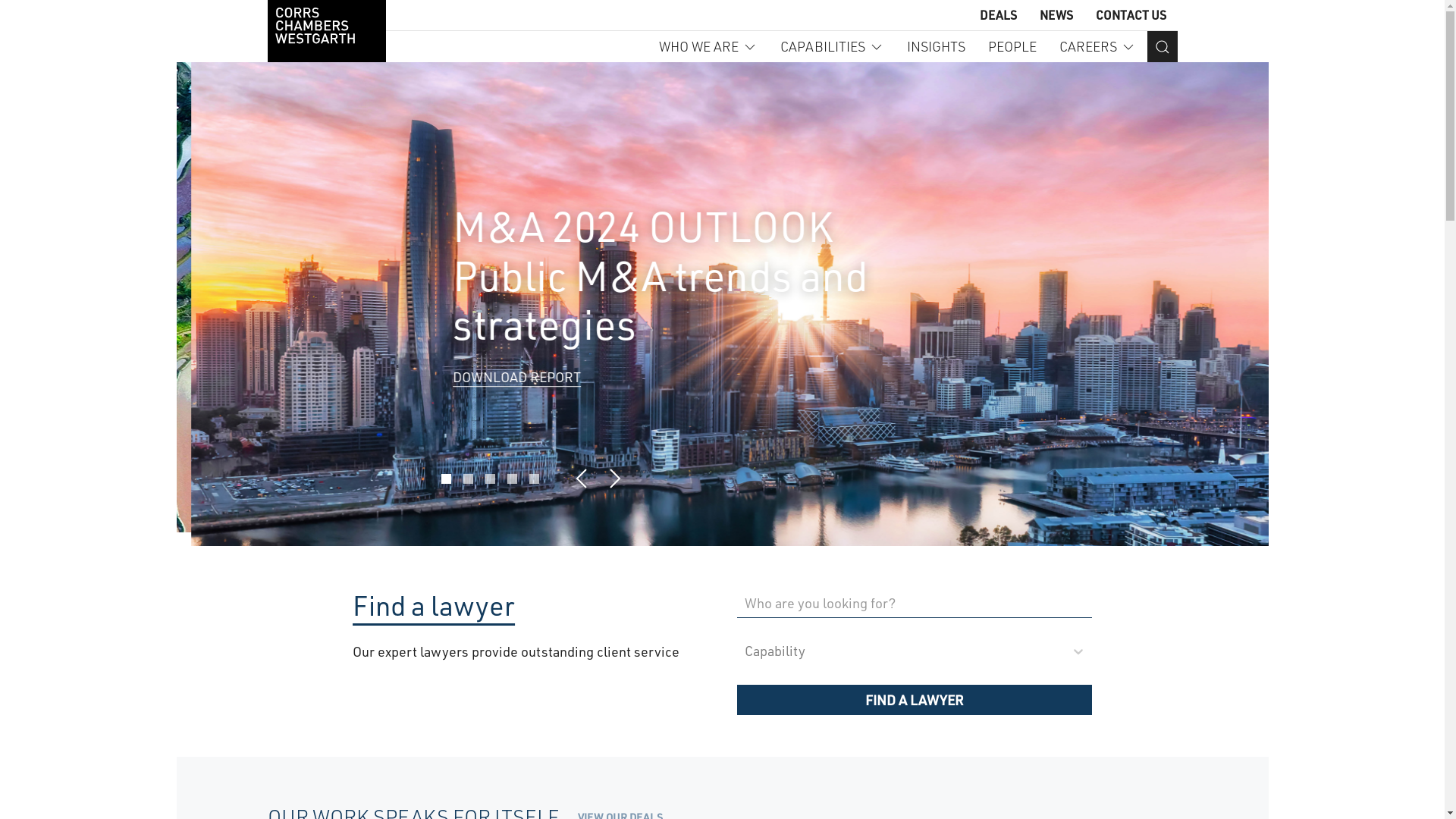  I want to click on 'DEALS', so click(998, 14).